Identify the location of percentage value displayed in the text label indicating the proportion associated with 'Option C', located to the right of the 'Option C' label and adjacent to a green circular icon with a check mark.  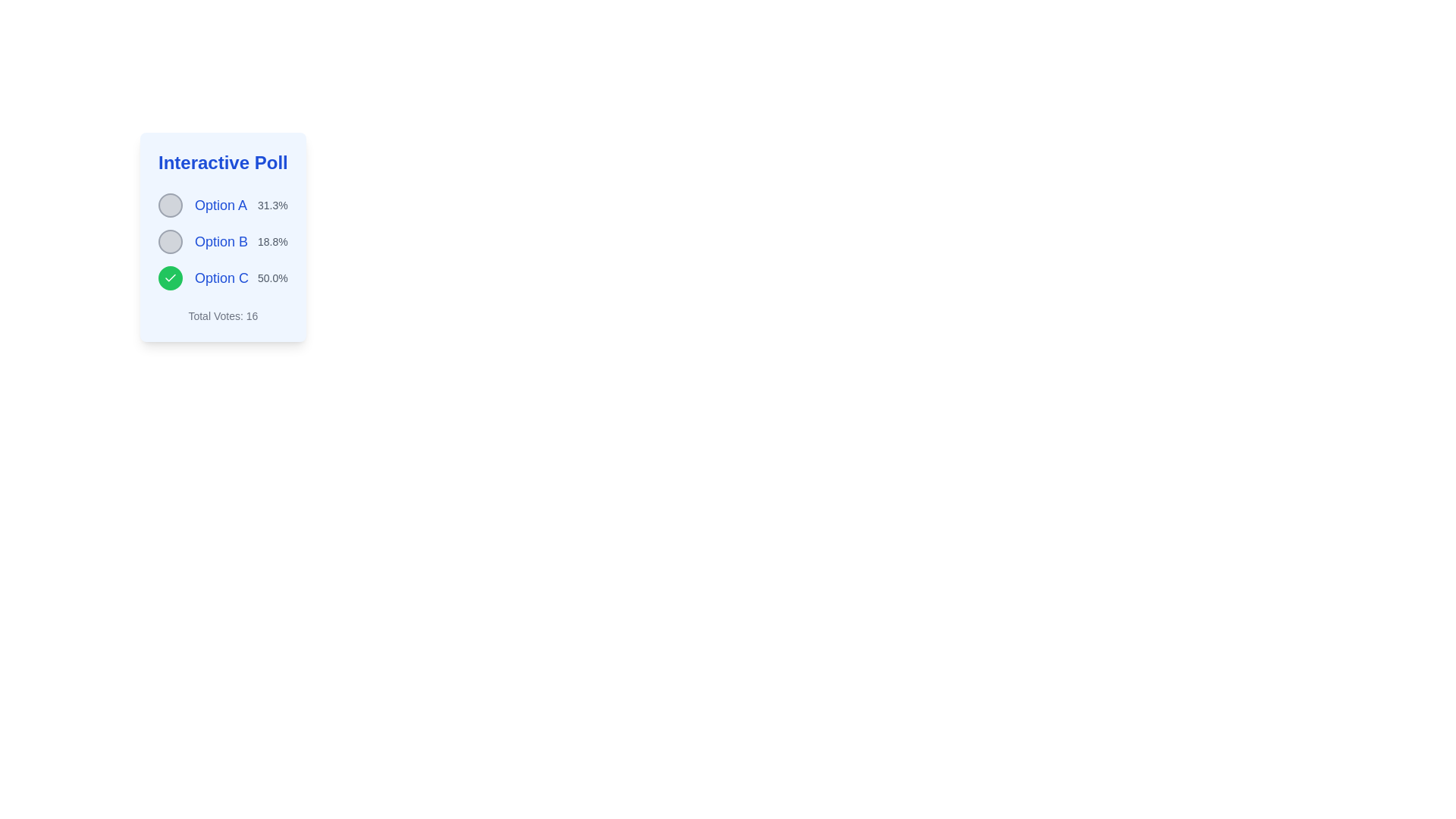
(272, 278).